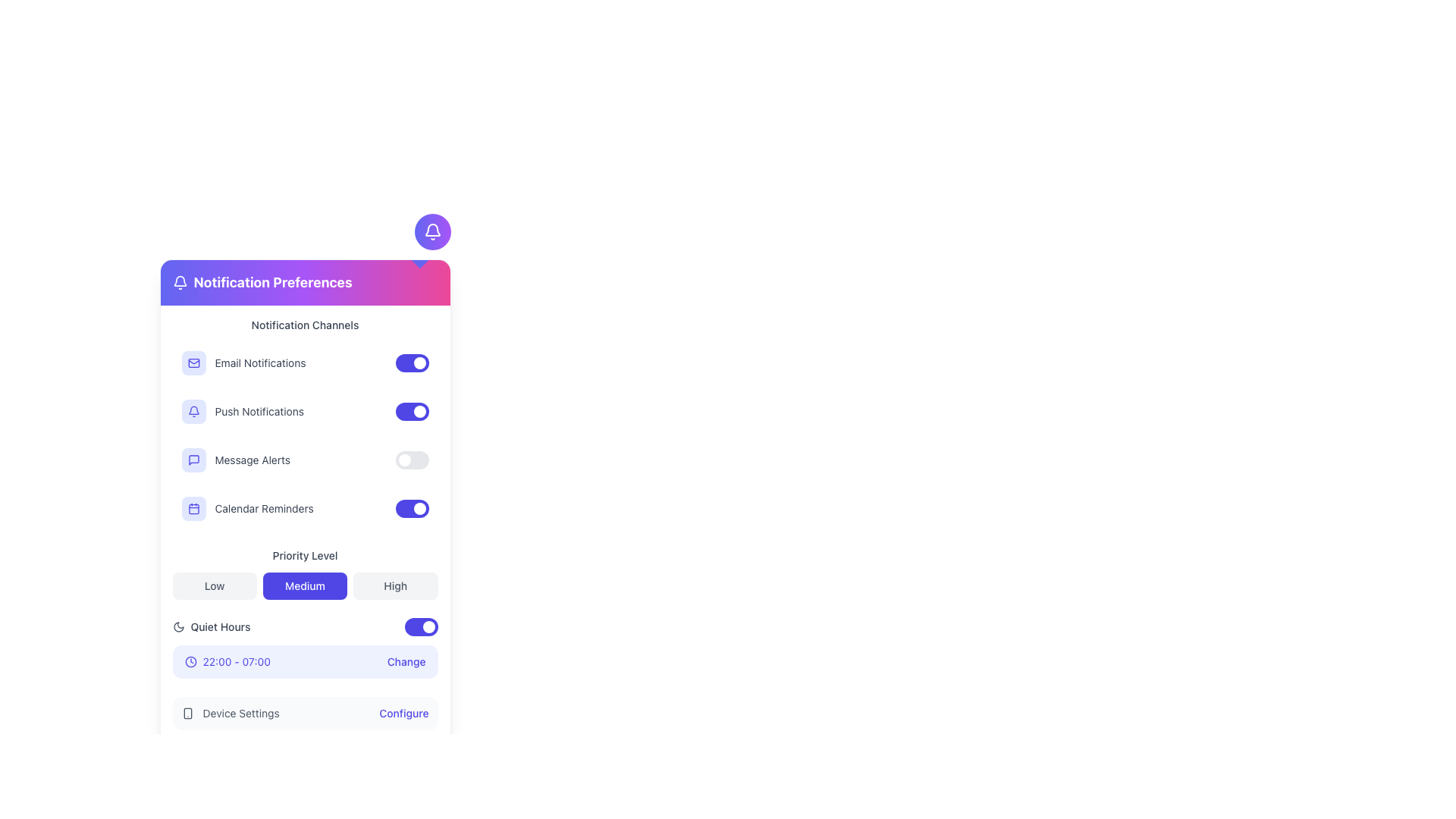  What do you see at coordinates (304, 509) in the screenshot?
I see `the toggle switch` at bounding box center [304, 509].